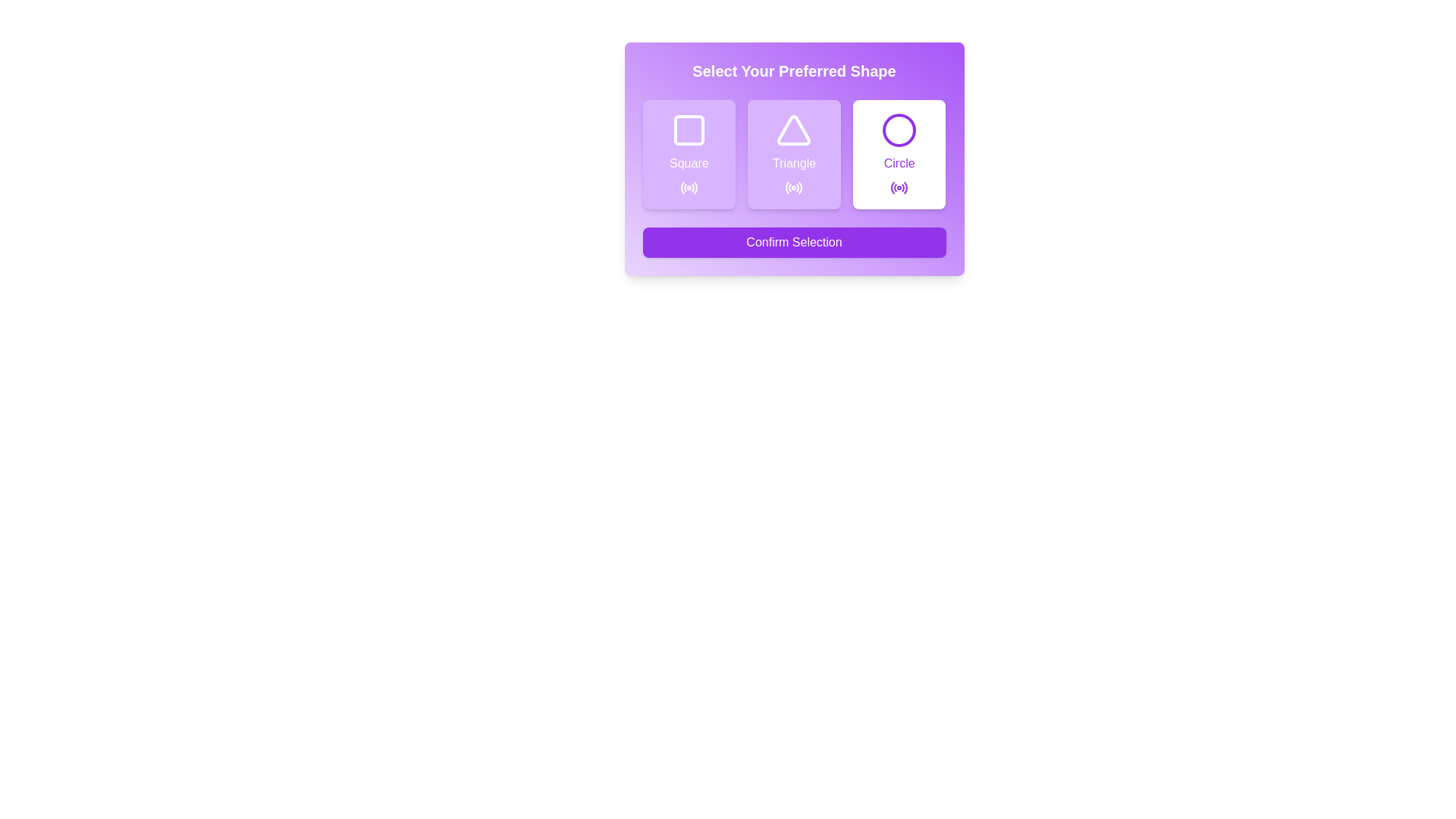  Describe the element at coordinates (793, 130) in the screenshot. I see `the triangle-shaped icon located within the purple card labeled 'Triangle' to indicate focus` at that location.